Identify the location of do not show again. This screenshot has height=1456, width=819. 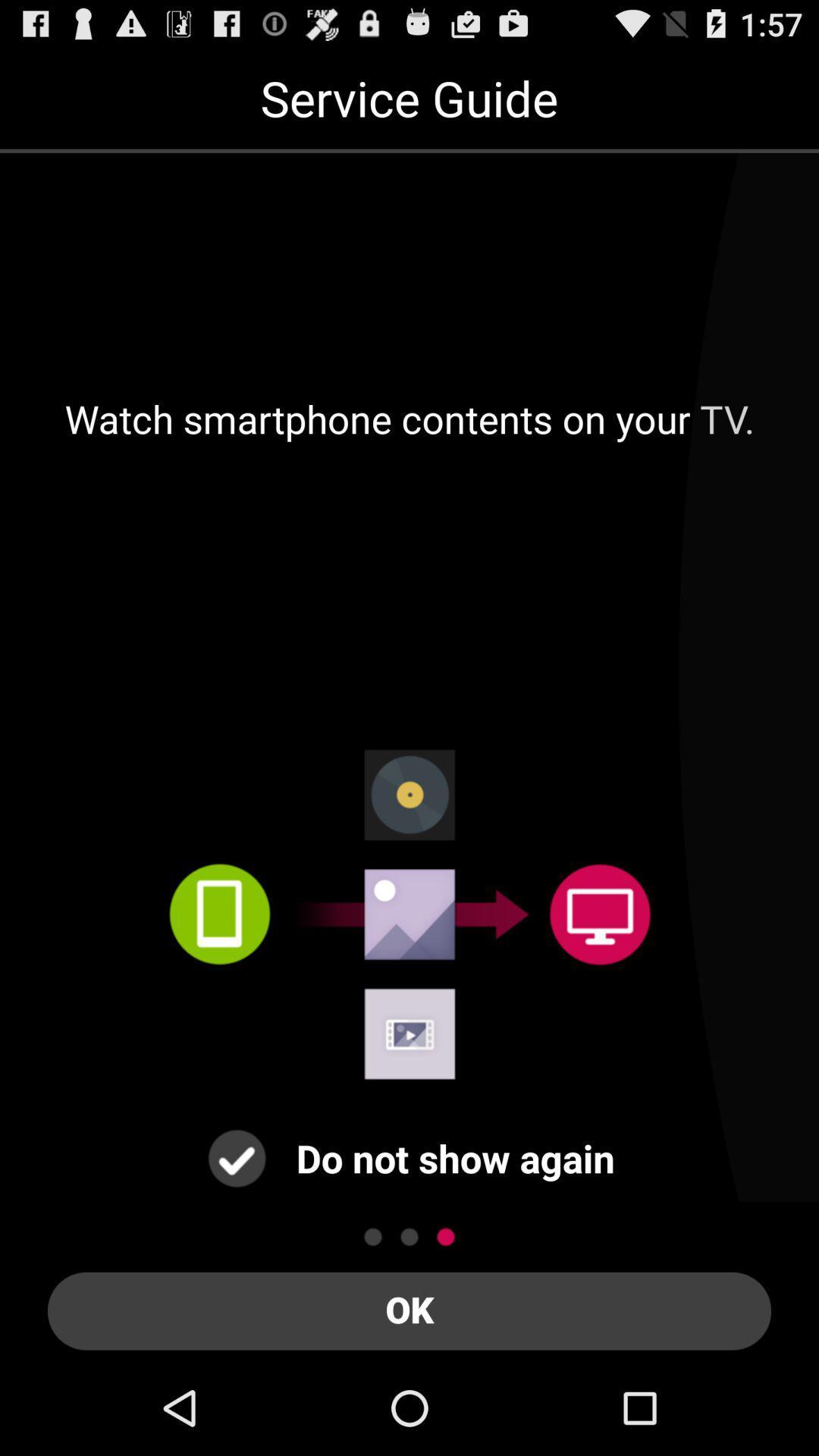
(237, 1157).